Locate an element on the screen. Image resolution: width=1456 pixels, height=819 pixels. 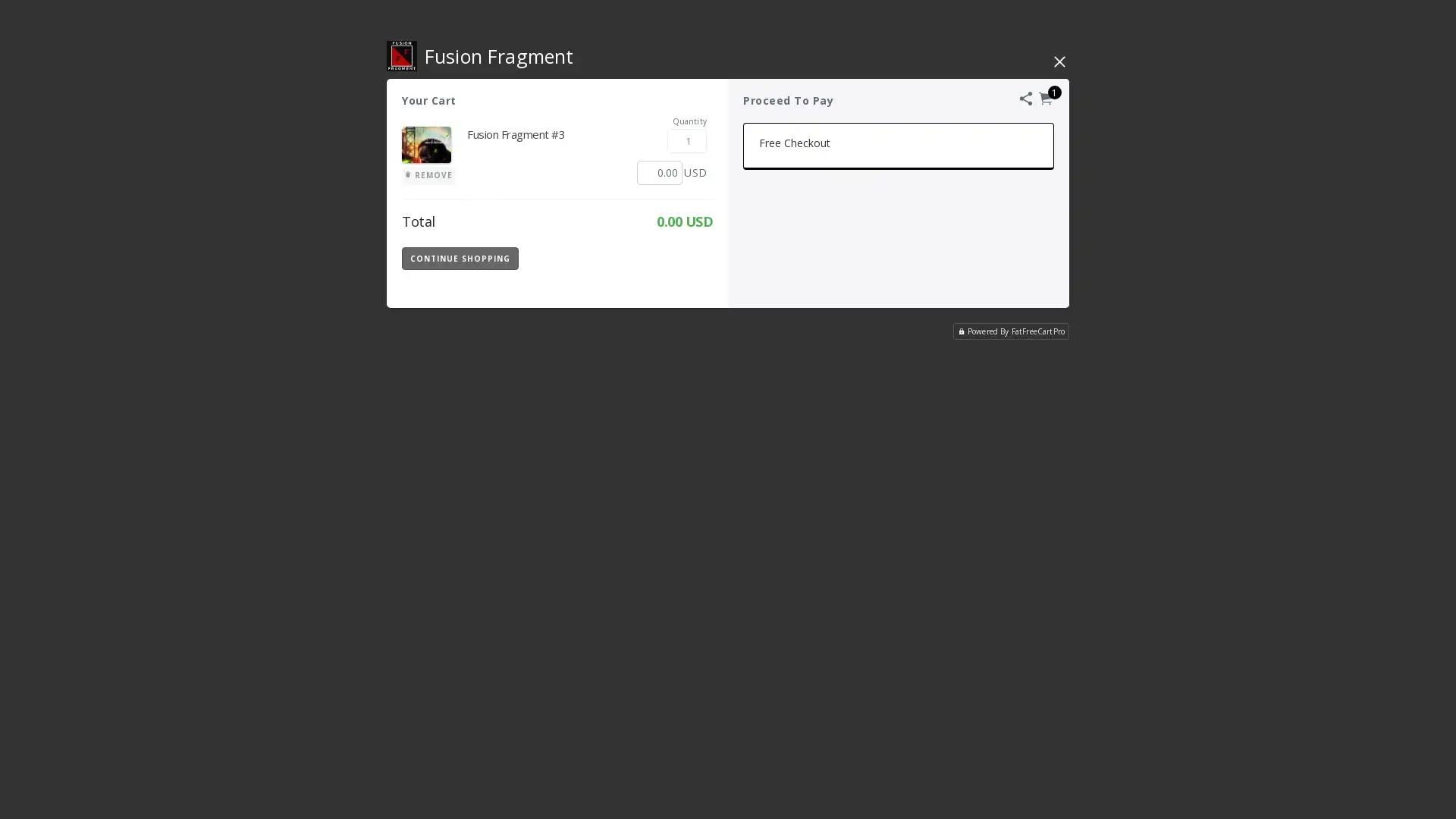
CONTINUE SHOPPING is located at coordinates (459, 257).